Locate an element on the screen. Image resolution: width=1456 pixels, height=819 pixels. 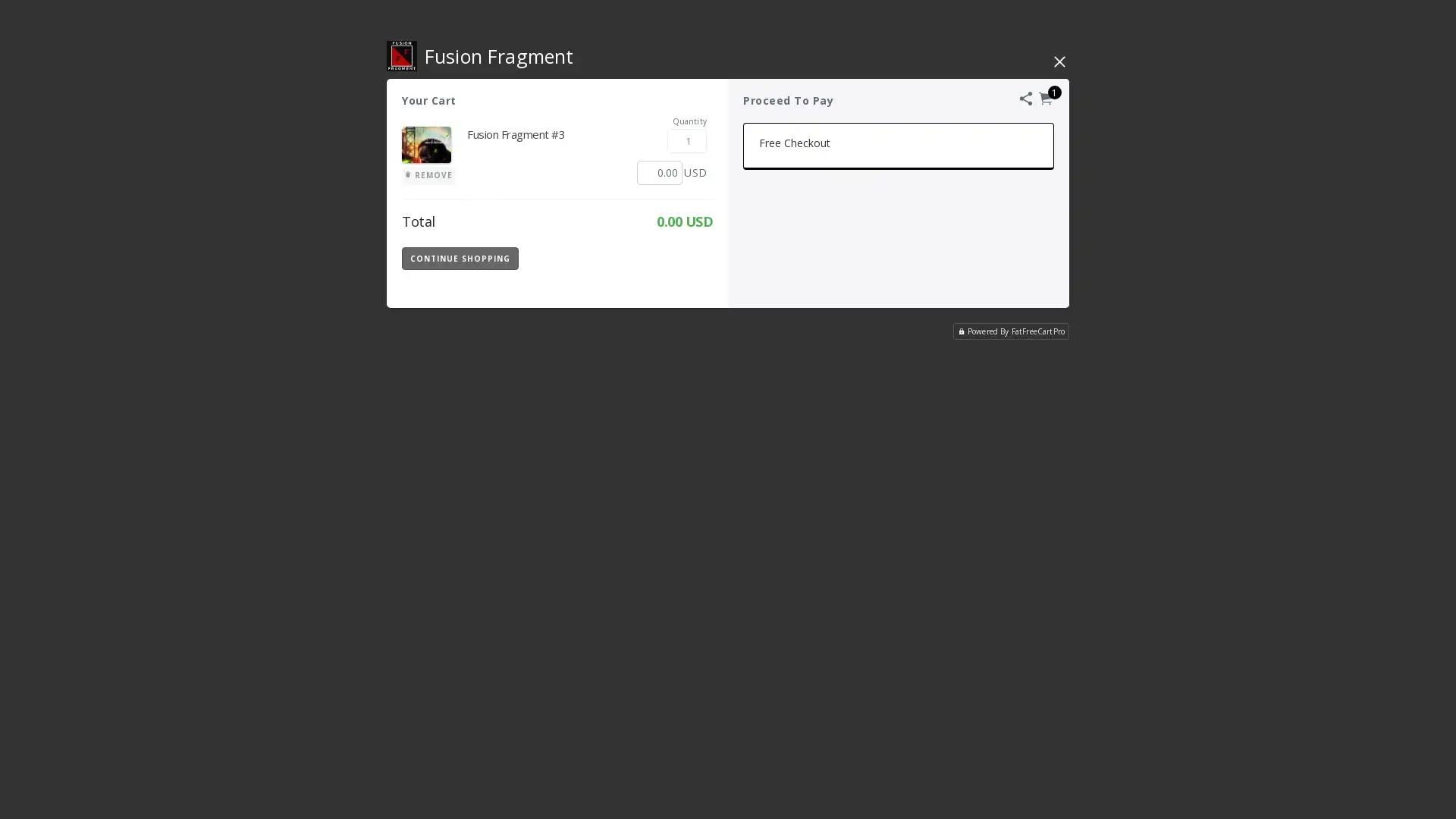
CONTINUE SHOPPING is located at coordinates (459, 257).